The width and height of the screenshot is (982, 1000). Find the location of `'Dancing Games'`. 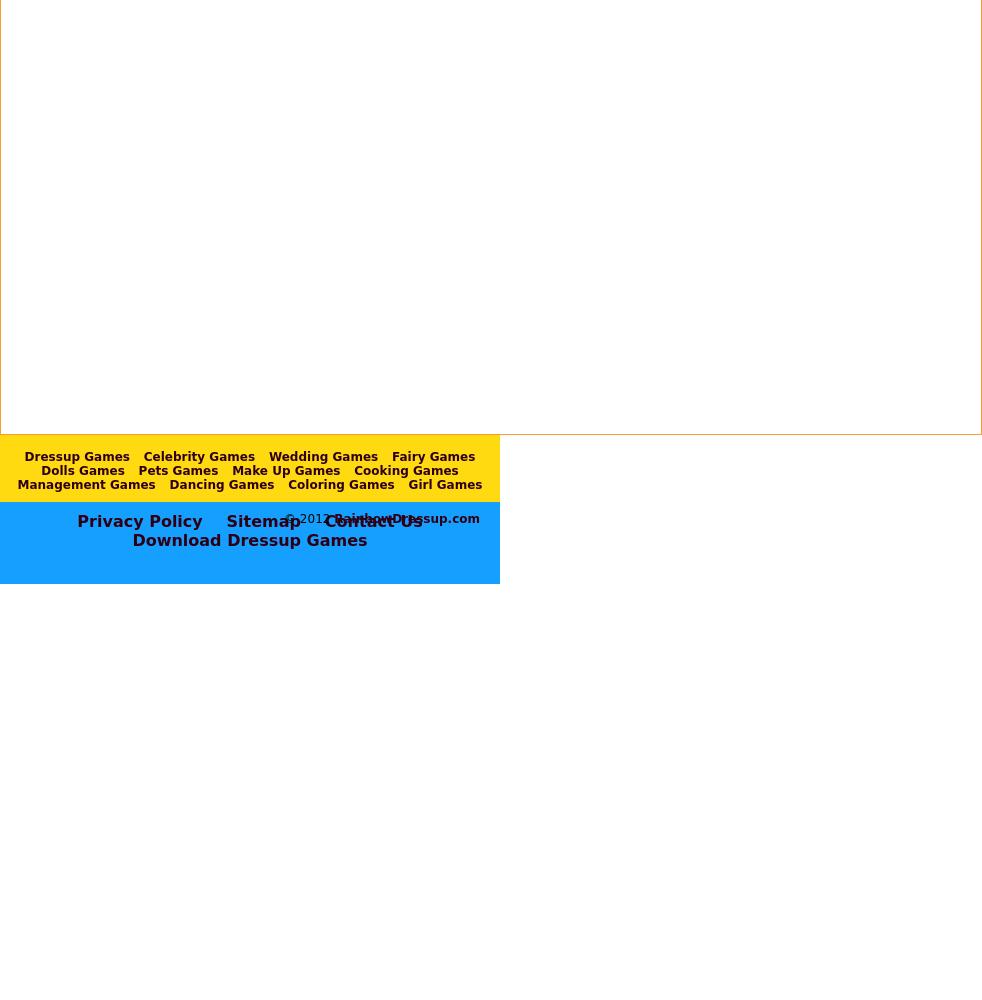

'Dancing Games' is located at coordinates (220, 483).